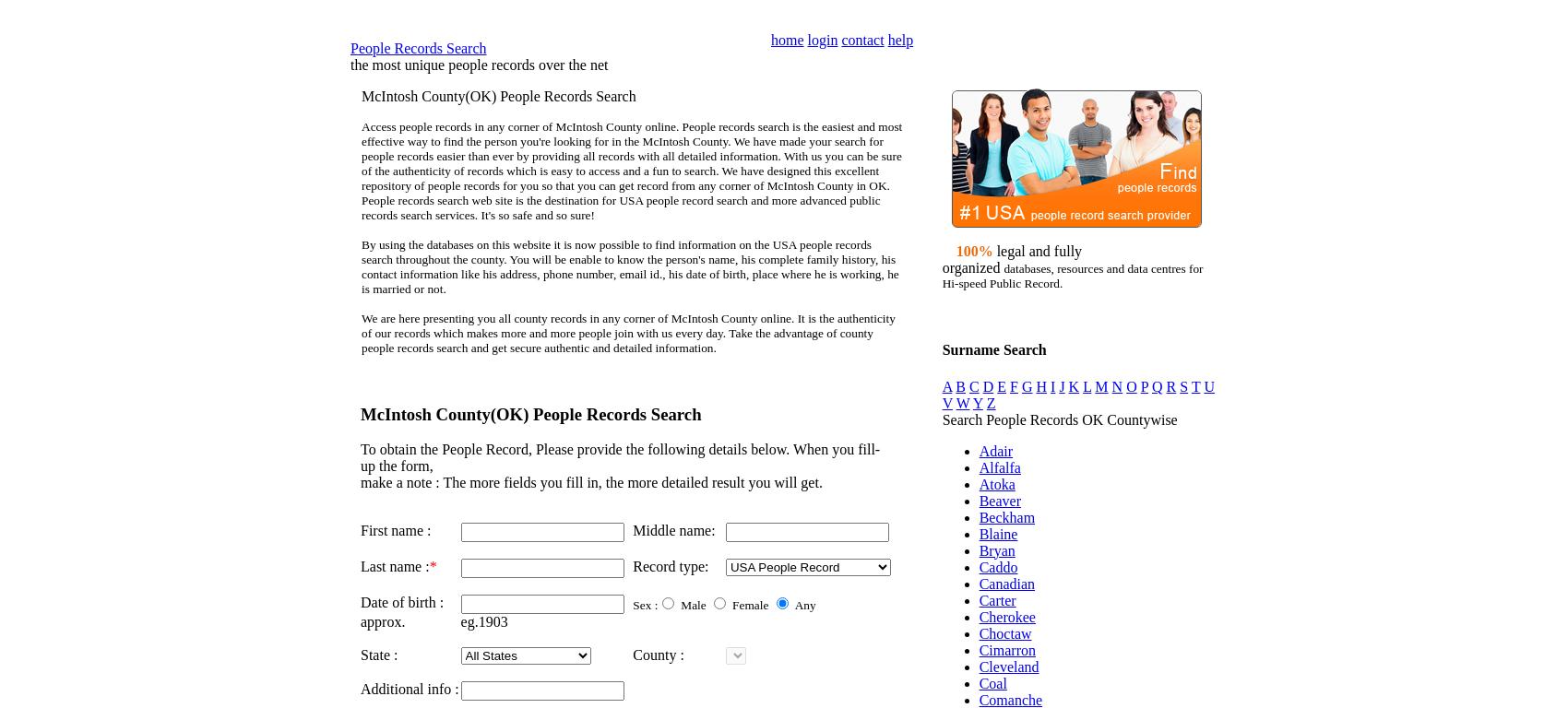  What do you see at coordinates (999, 466) in the screenshot?
I see `'Alfalfa'` at bounding box center [999, 466].